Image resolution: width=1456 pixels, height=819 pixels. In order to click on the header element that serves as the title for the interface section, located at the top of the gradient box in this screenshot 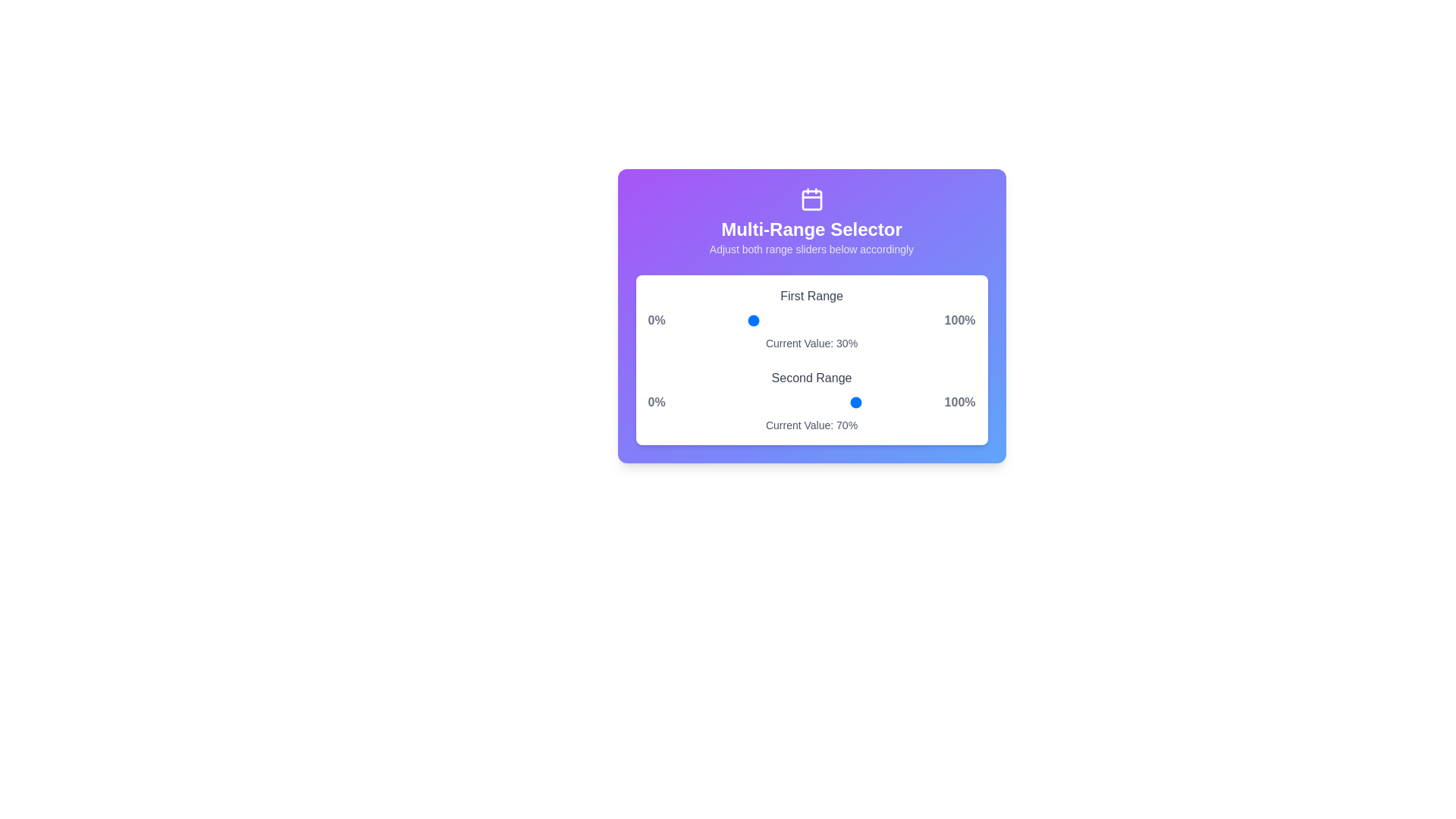, I will do `click(811, 222)`.